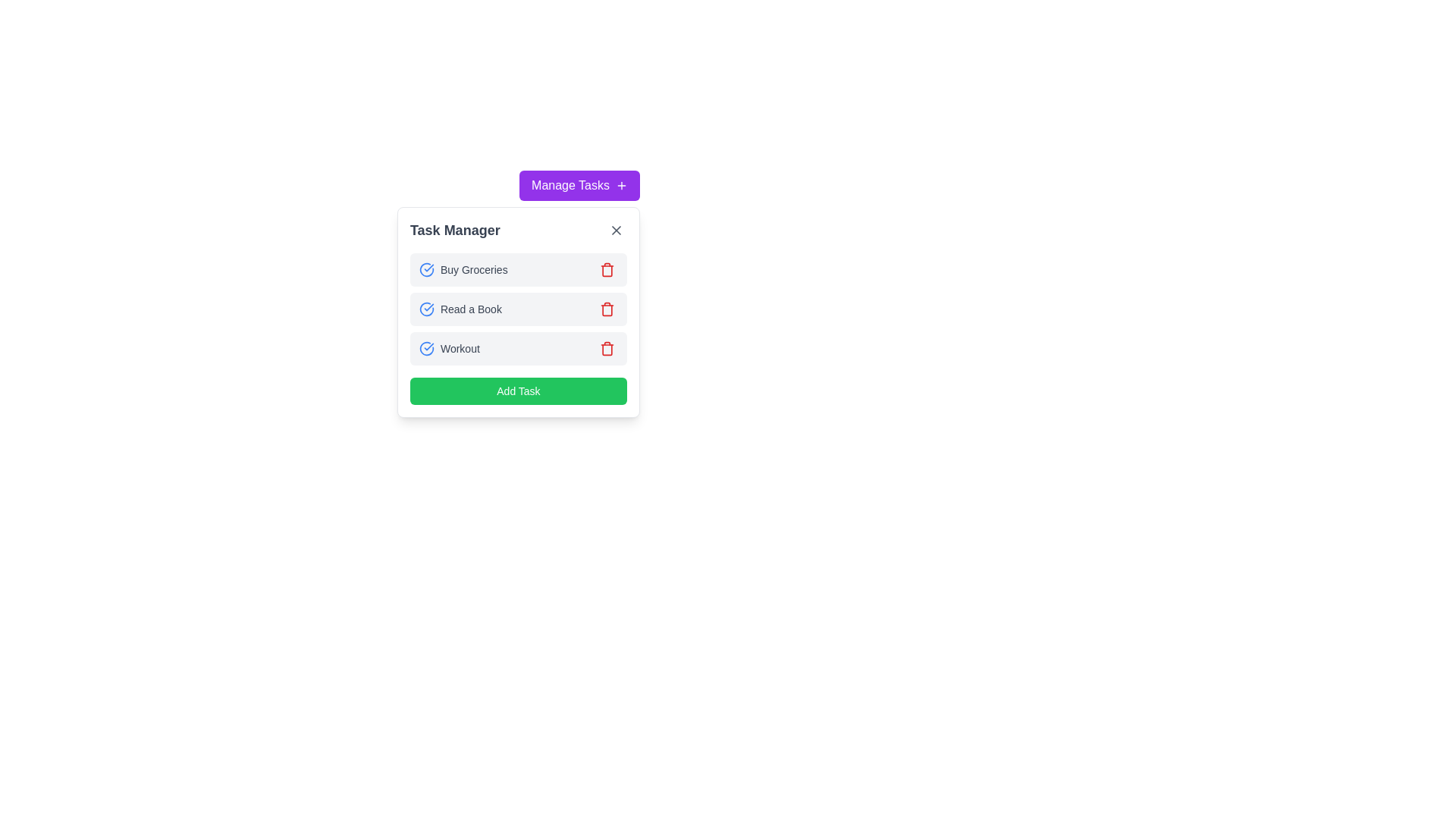 The width and height of the screenshot is (1456, 819). I want to click on the delete button located on the right side of the 'Buy Groceries' task in the Task Manager, so click(607, 268).